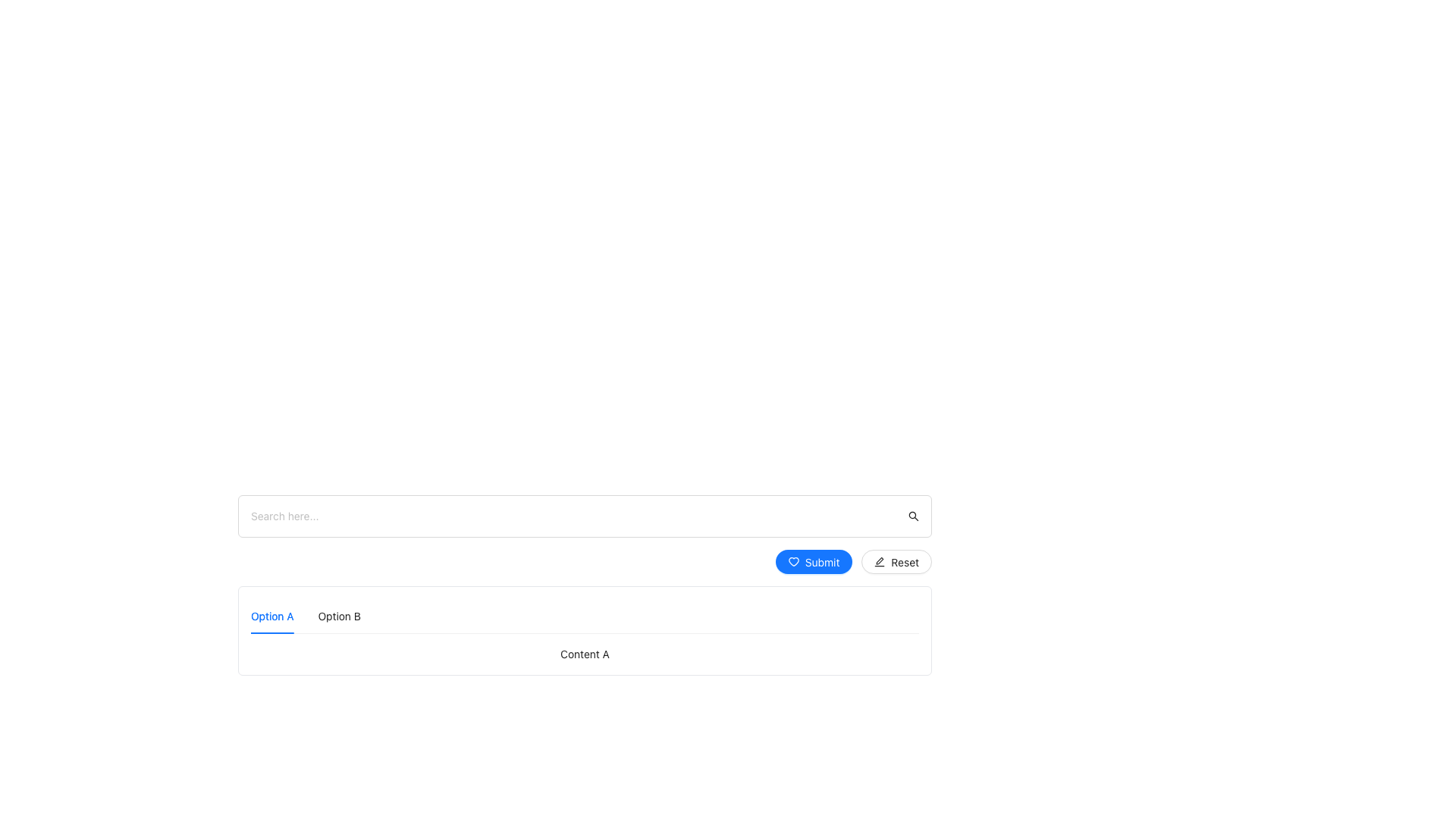 Image resolution: width=1456 pixels, height=819 pixels. What do you see at coordinates (880, 561) in the screenshot?
I see `the icon within the 'Reset' button that indicates editing-related reset functionality` at bounding box center [880, 561].